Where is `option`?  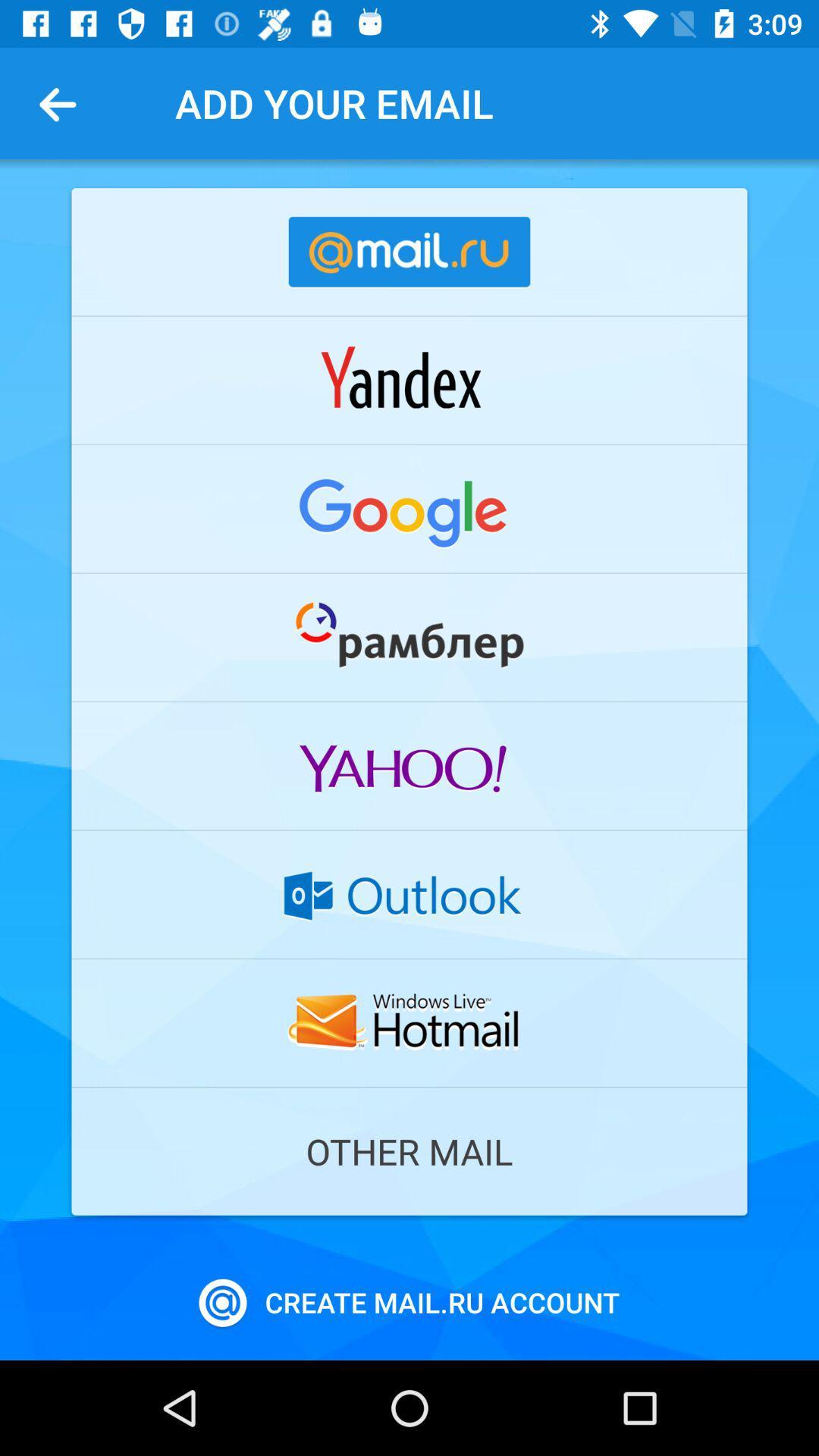
option is located at coordinates (409, 894).